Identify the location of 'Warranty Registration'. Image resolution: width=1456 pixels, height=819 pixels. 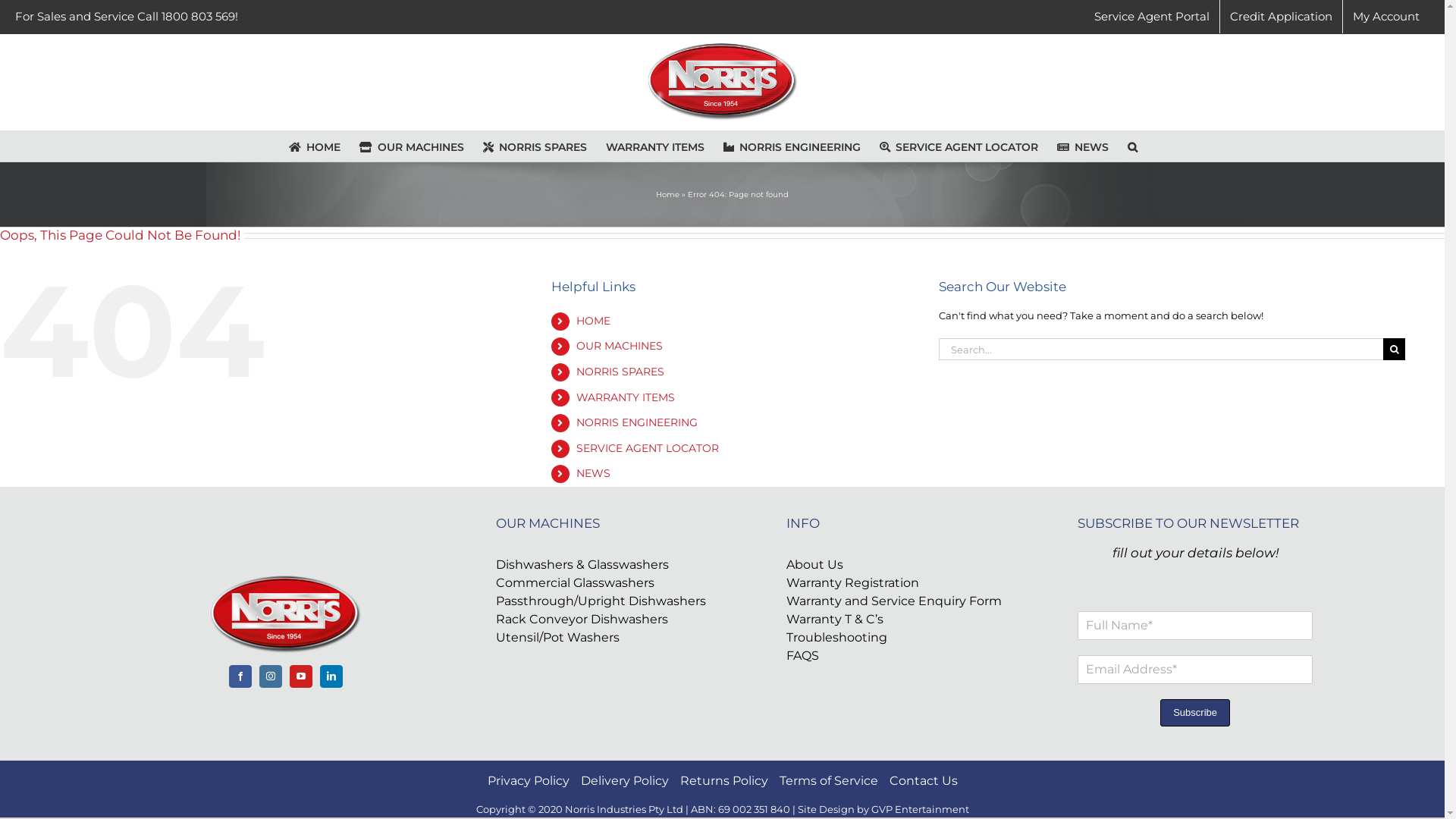
(903, 582).